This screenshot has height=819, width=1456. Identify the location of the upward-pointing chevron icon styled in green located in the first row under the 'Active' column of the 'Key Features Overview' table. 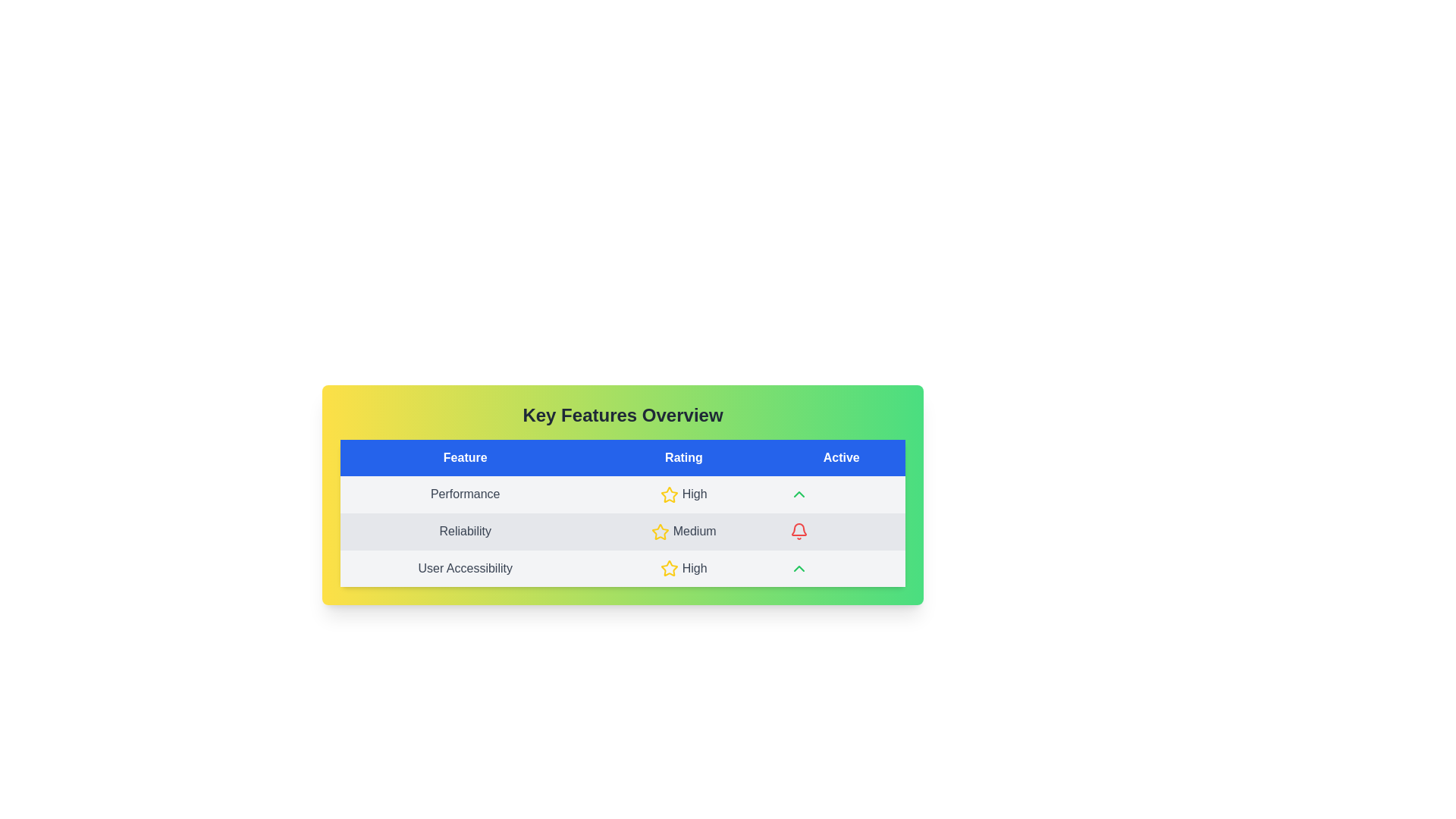
(798, 494).